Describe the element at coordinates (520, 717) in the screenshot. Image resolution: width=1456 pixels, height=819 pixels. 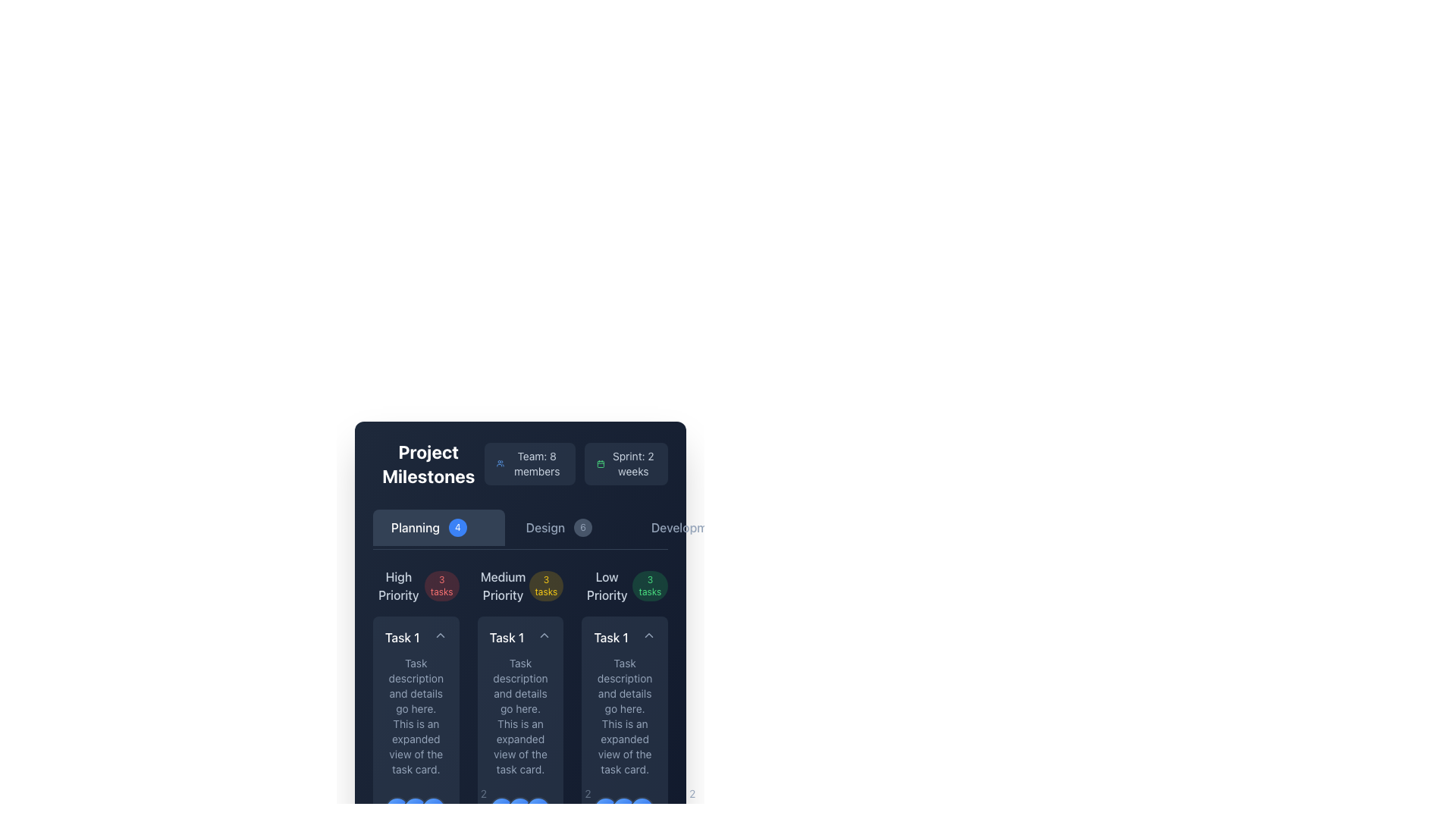
I see `text from the Text Label that contains 'Task description and details go here. This is an expanded view of the task card.' located under 'Medium Priority' within the 'Task 1' card` at that location.